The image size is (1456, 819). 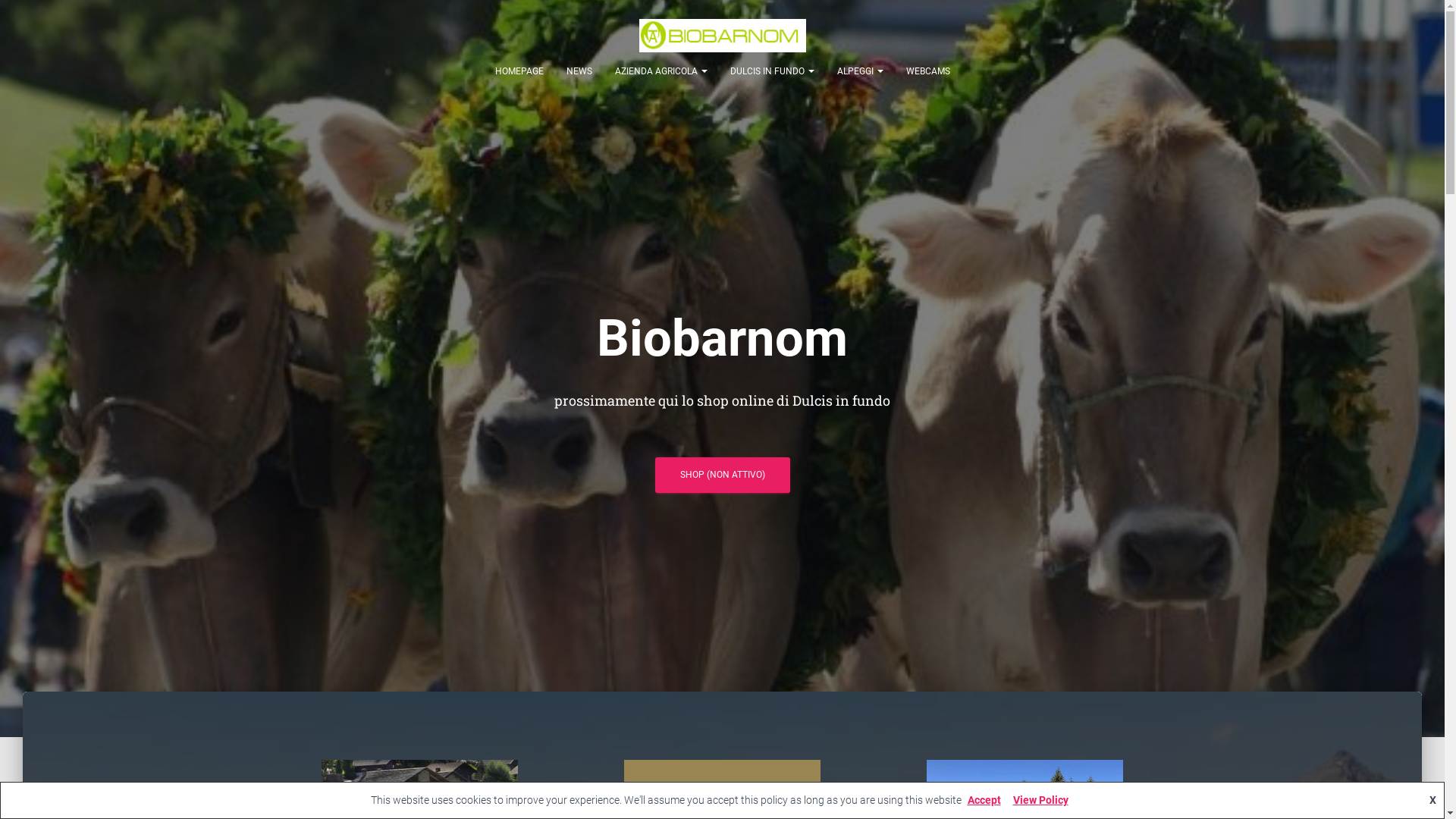 What do you see at coordinates (722, 474) in the screenshot?
I see `'SHOP (NON ATTIVO)'` at bounding box center [722, 474].